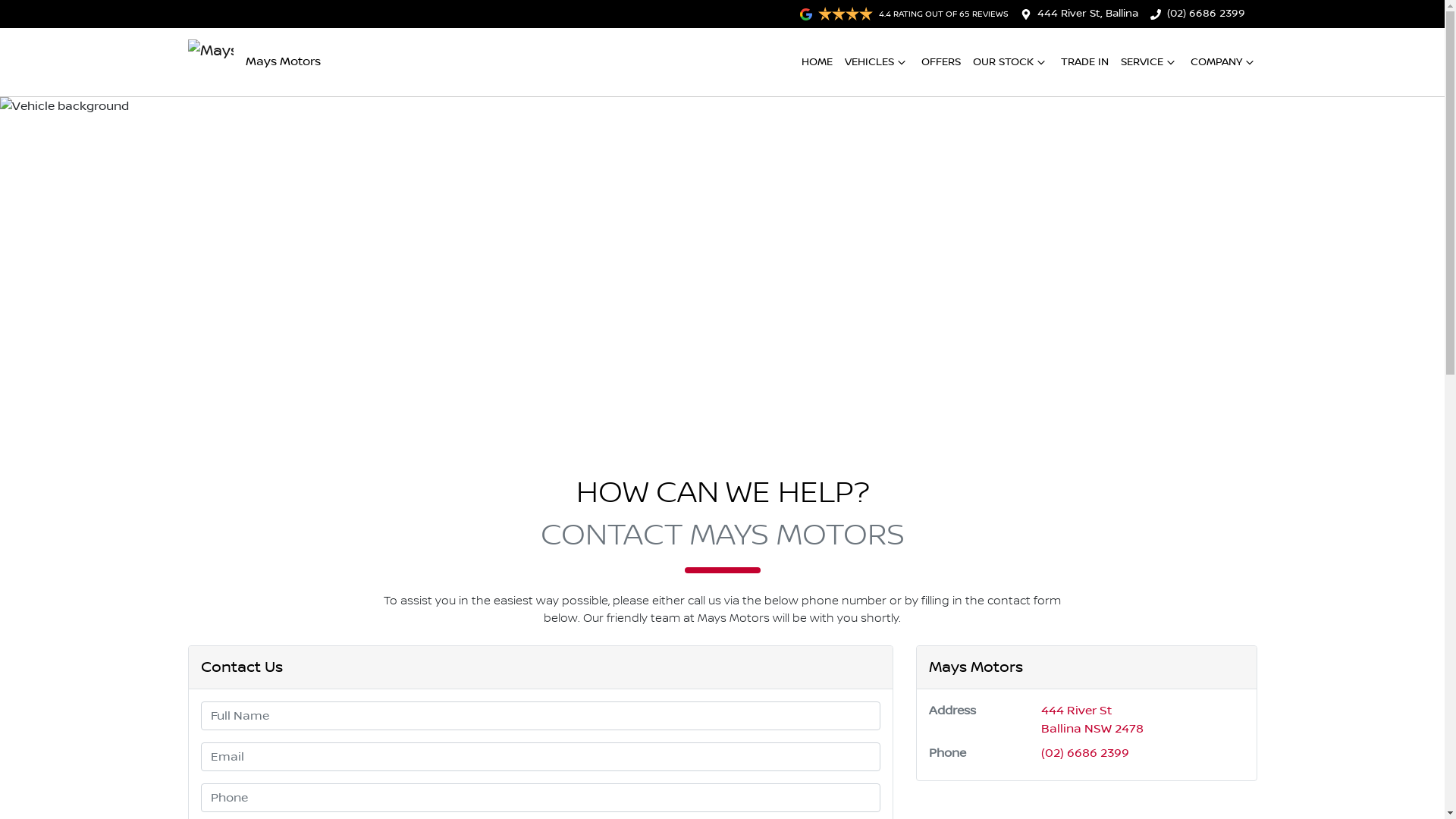 The height and width of the screenshot is (819, 1456). What do you see at coordinates (1087, 14) in the screenshot?
I see `'444 River St, Ballina'` at bounding box center [1087, 14].